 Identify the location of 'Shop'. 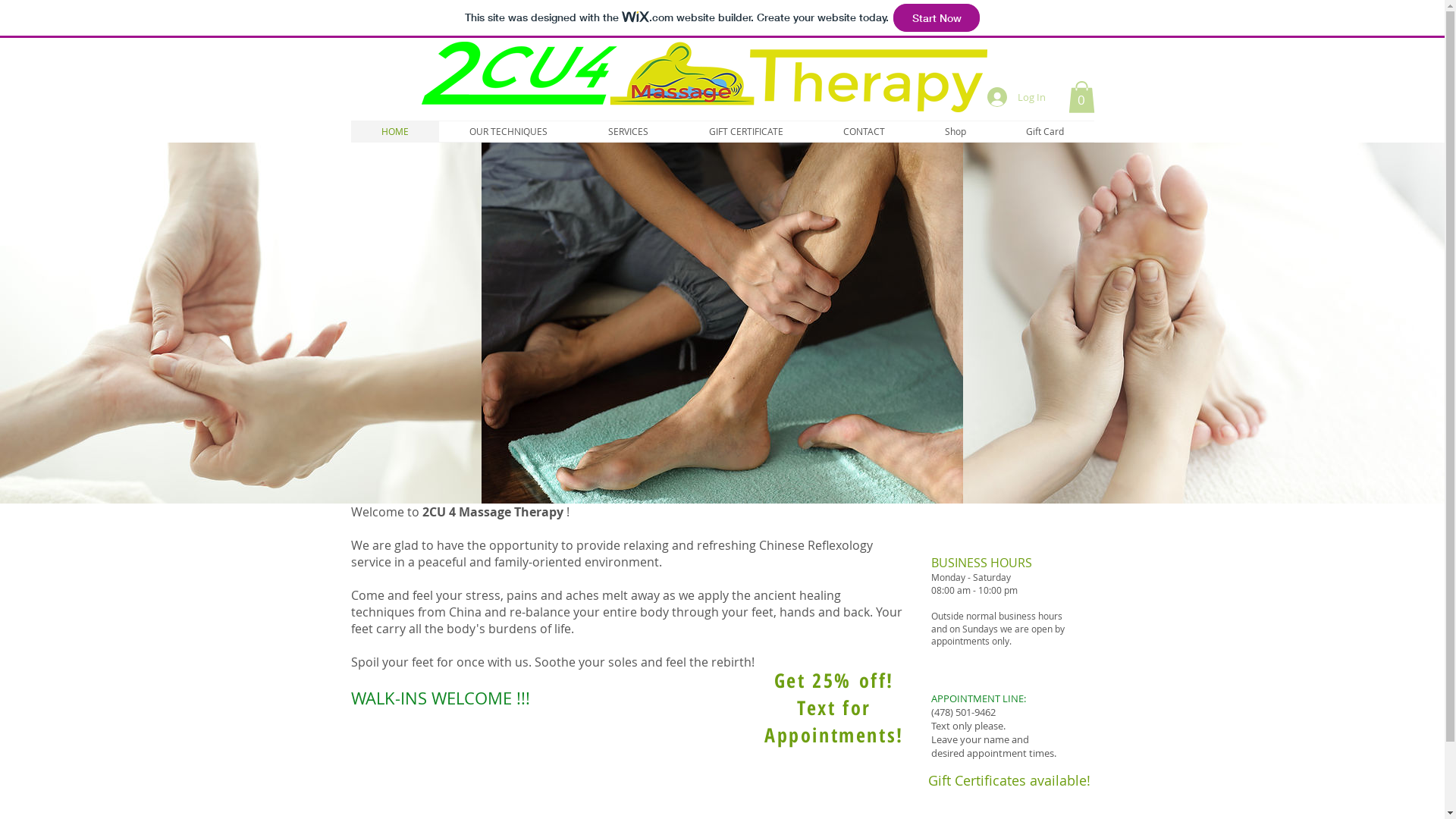
(954, 130).